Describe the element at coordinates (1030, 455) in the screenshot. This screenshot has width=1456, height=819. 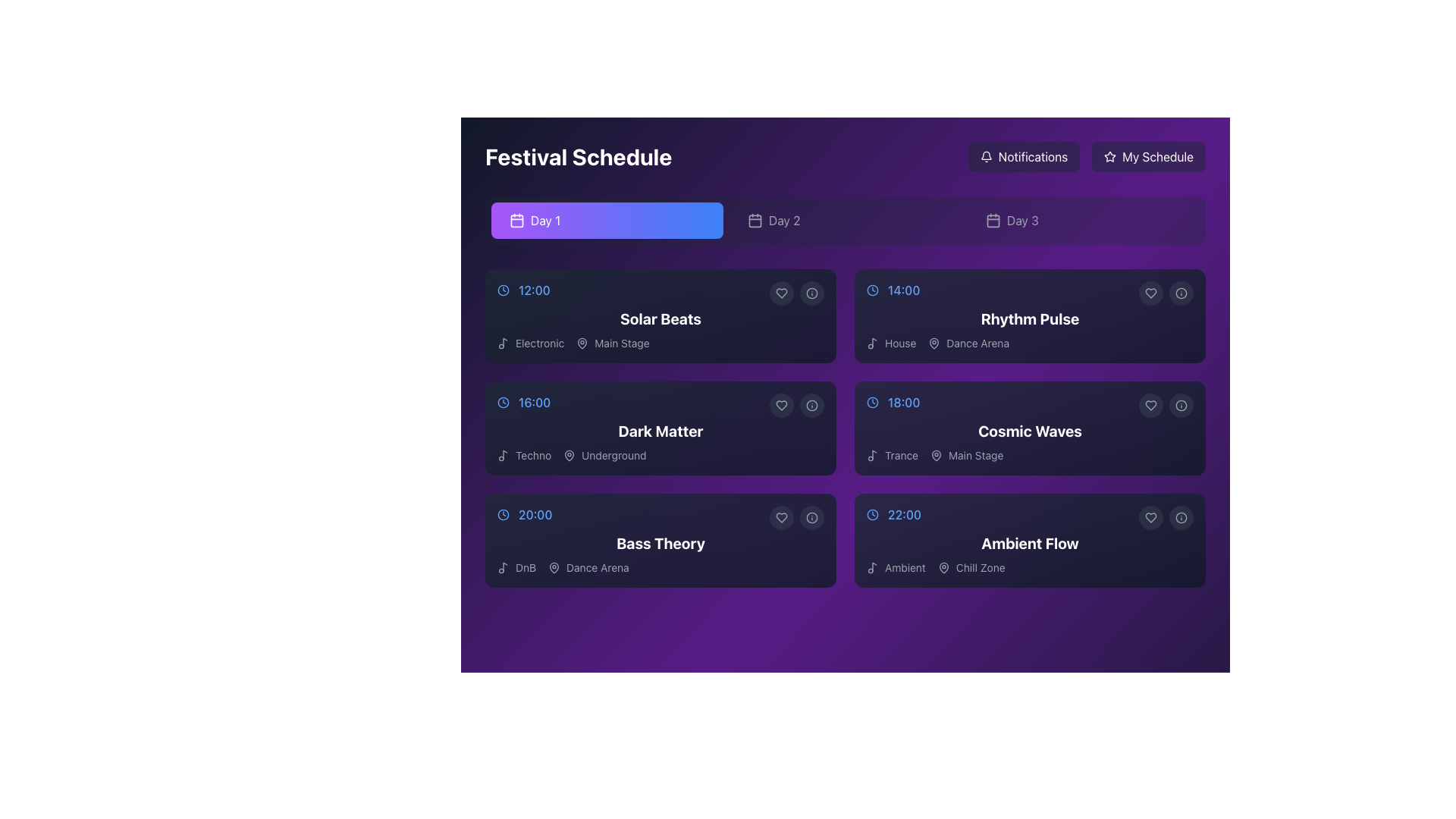
I see `metadata labels that indicate the genre 'Trance' and the stage 'Main Stage' located at the bottom of the 'Cosmic Waves' card in the schedule interface` at that location.